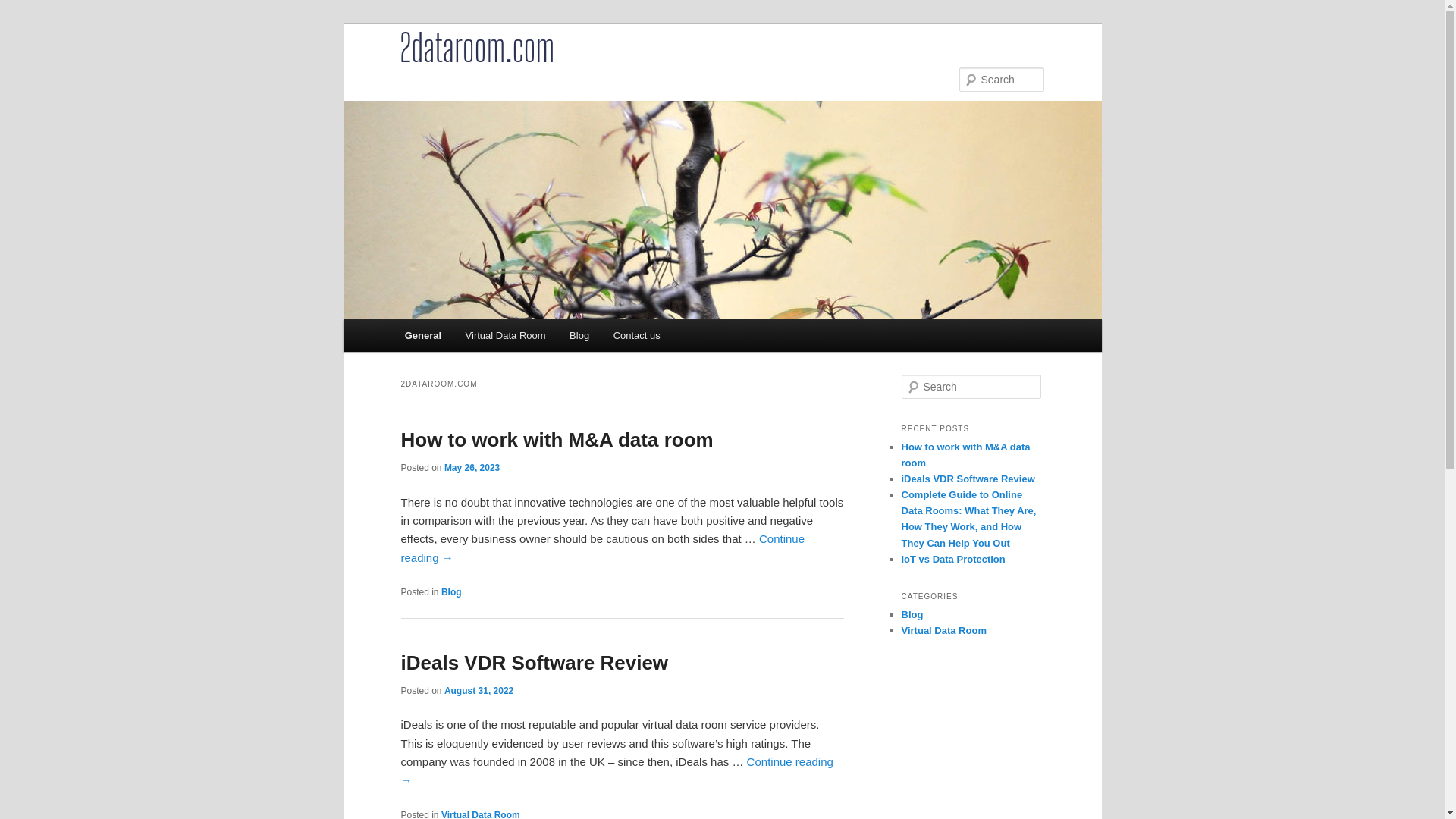  Describe the element at coordinates (443, 467) in the screenshot. I see `'May 26, 2023'` at that location.